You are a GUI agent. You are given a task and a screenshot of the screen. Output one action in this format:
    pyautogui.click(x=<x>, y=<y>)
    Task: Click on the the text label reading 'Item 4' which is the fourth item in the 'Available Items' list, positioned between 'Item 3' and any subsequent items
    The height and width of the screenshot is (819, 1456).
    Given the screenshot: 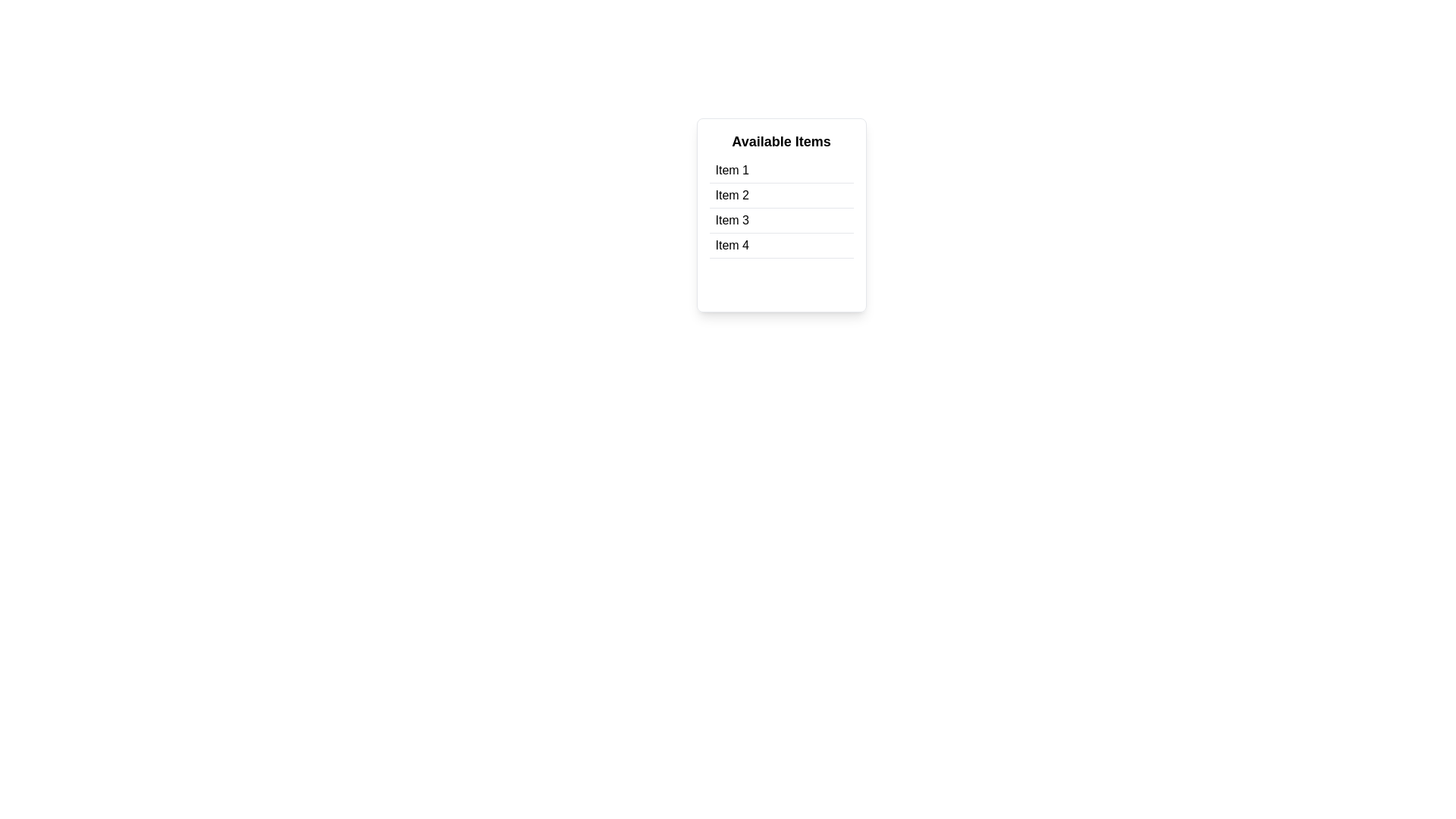 What is the action you would take?
    pyautogui.click(x=732, y=245)
    